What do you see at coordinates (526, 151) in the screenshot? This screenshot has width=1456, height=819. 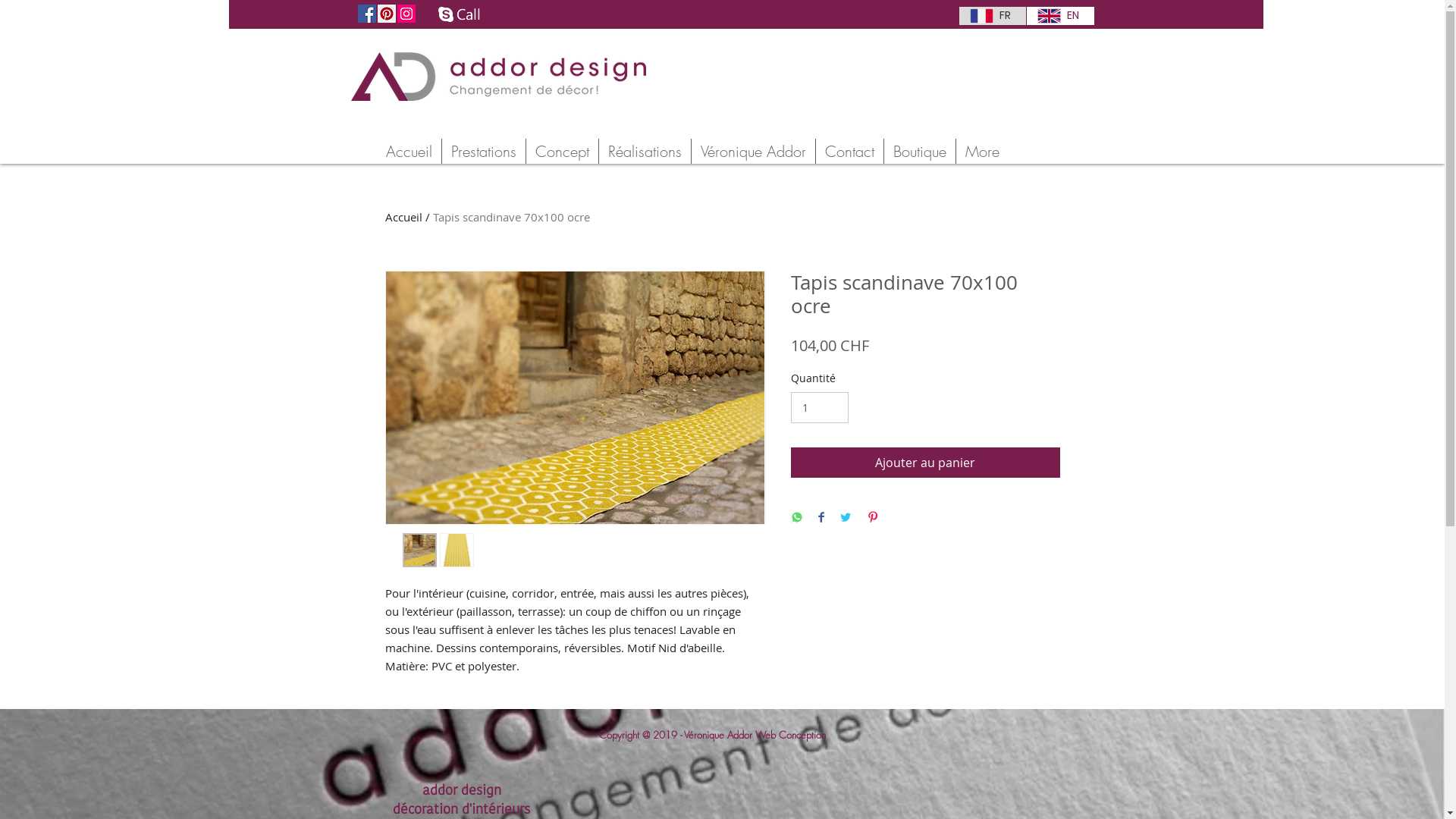 I see `'Concept'` at bounding box center [526, 151].